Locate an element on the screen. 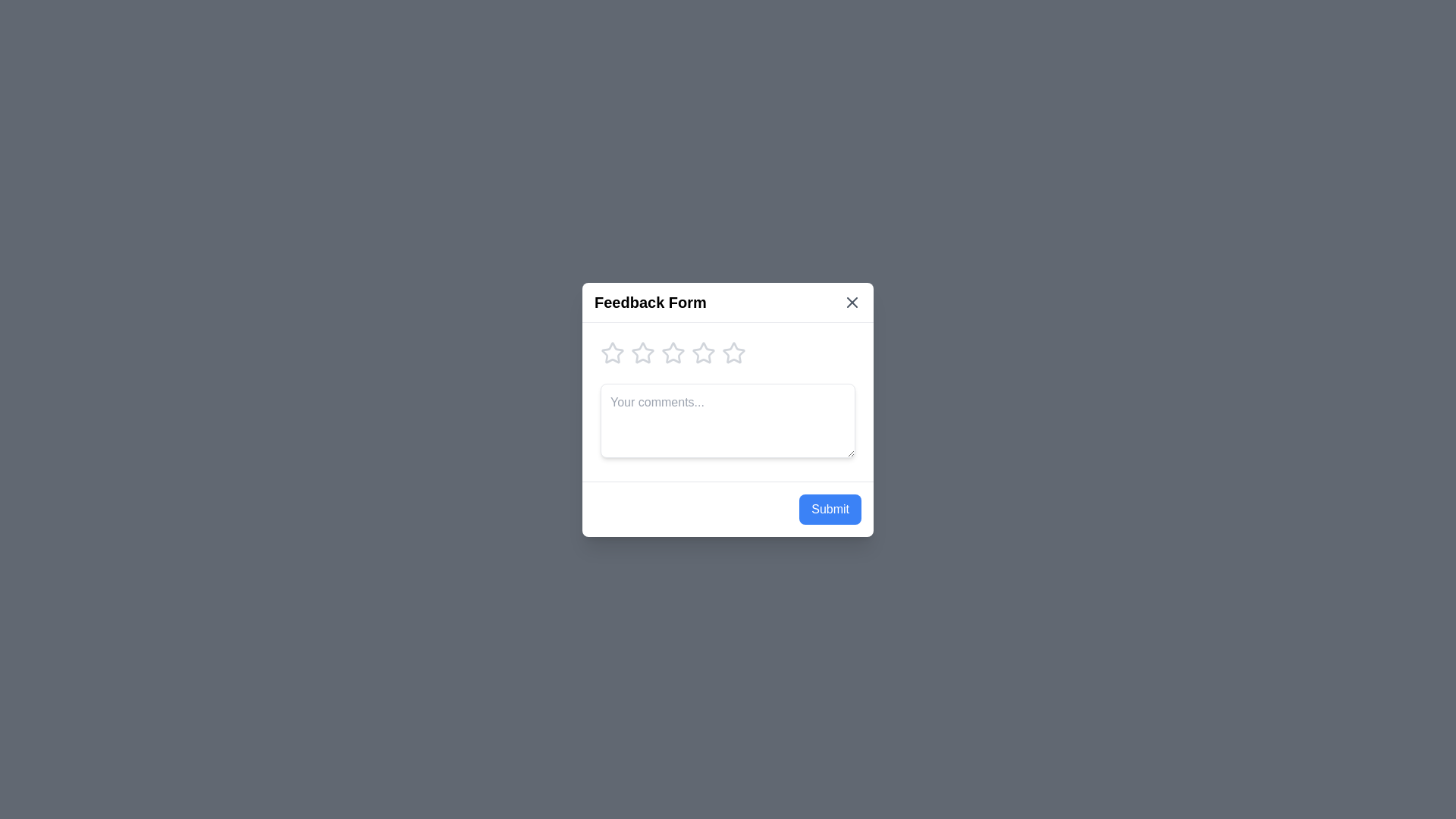  the text area and type the comment is located at coordinates (728, 420).